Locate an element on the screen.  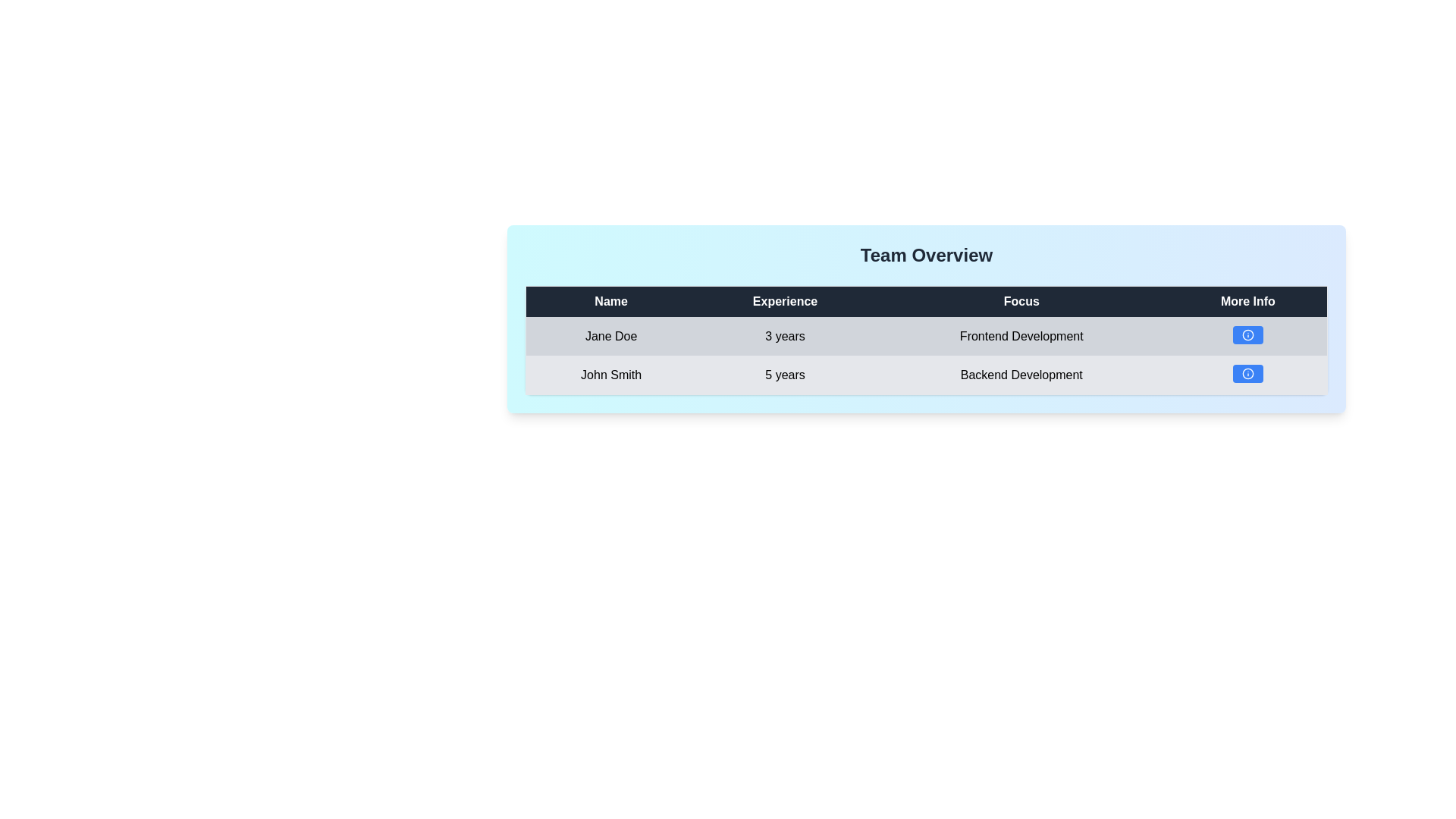
the 'Name' column header cell in the table to sort the table by this column is located at coordinates (610, 301).